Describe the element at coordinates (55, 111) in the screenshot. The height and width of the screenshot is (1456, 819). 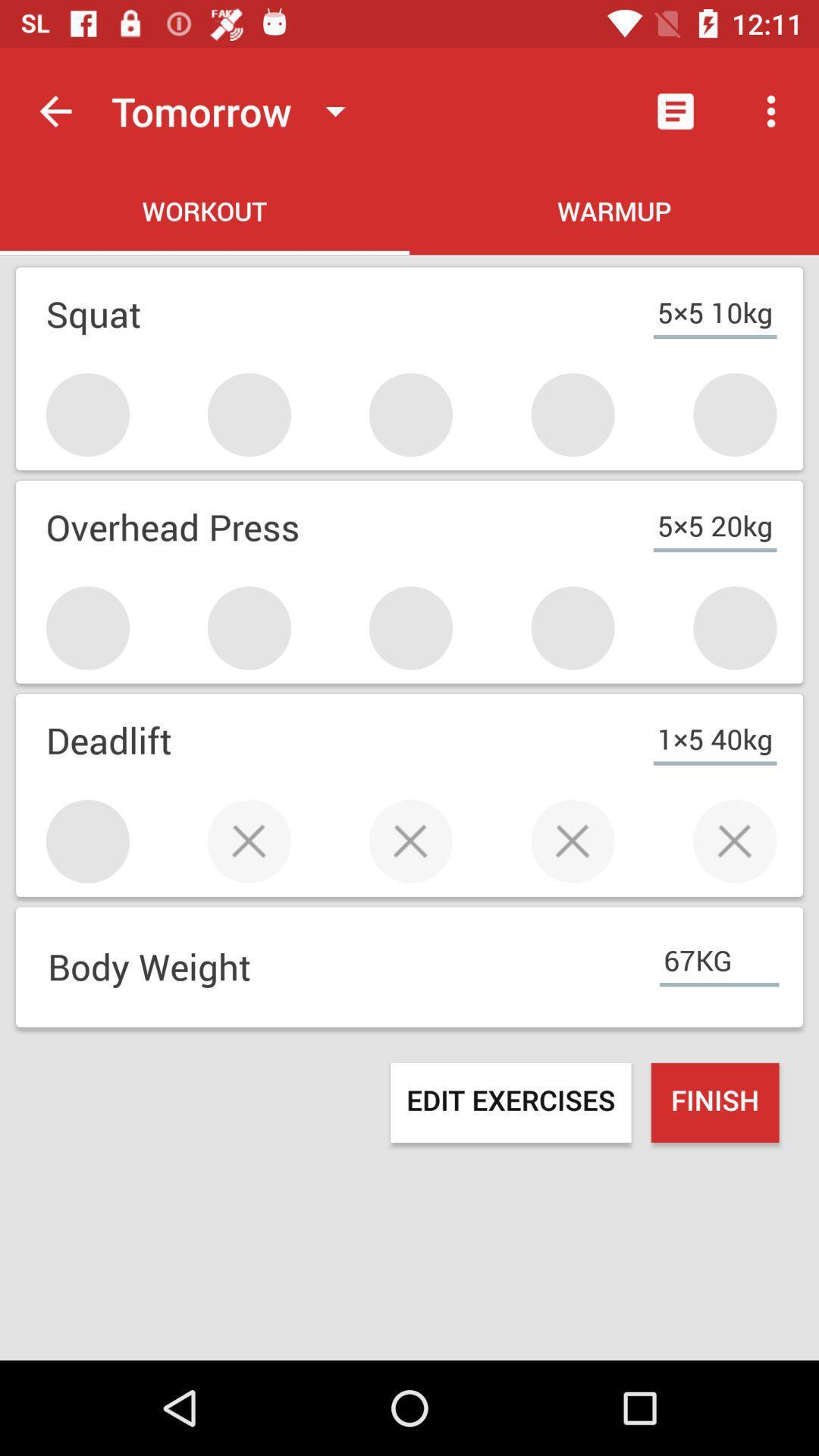
I see `the item above workout icon` at that location.